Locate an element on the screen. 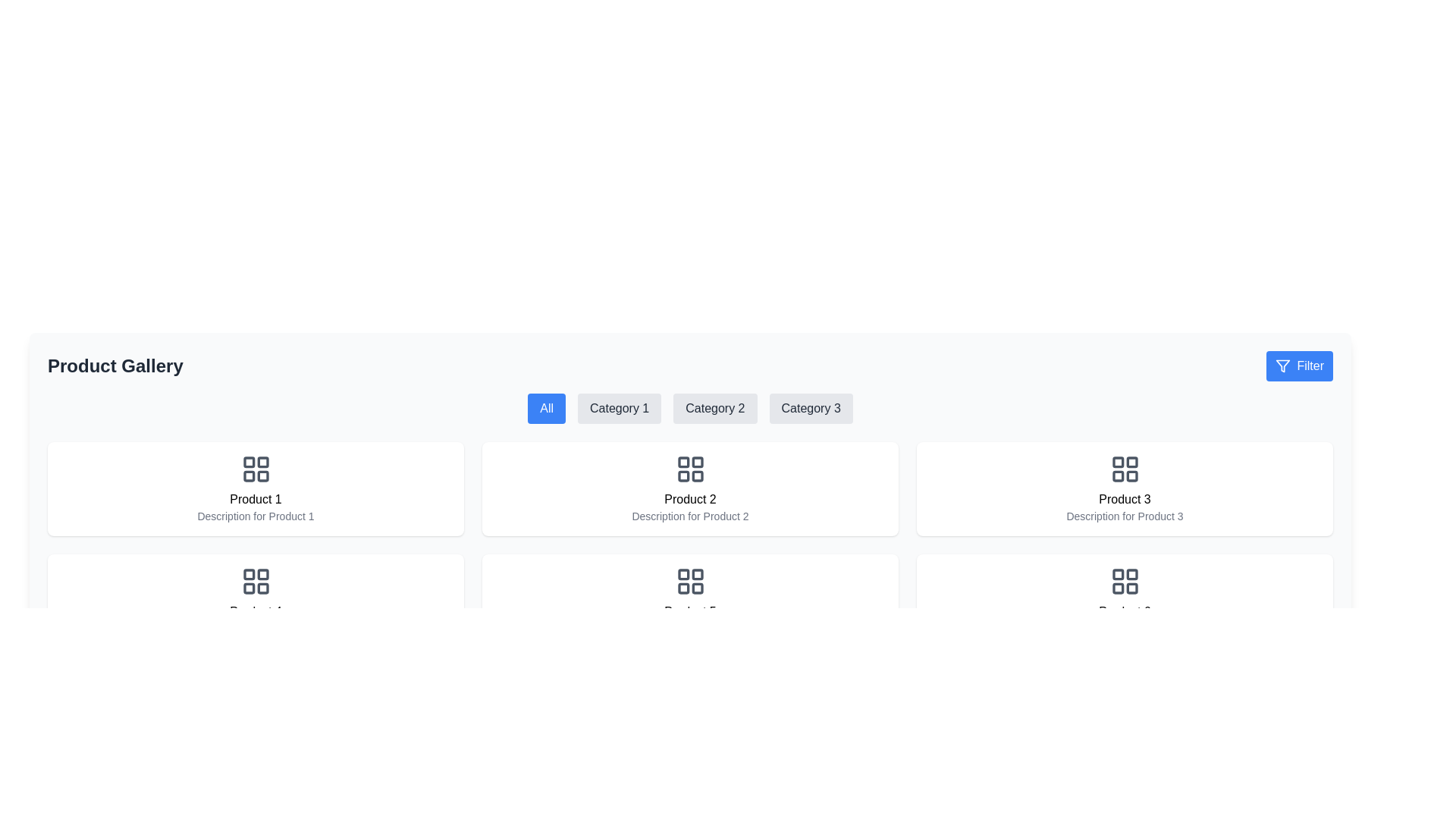 Image resolution: width=1456 pixels, height=819 pixels. the bottom-left rounded square icon within the 2x2 grid representing 'Product 5' is located at coordinates (682, 588).